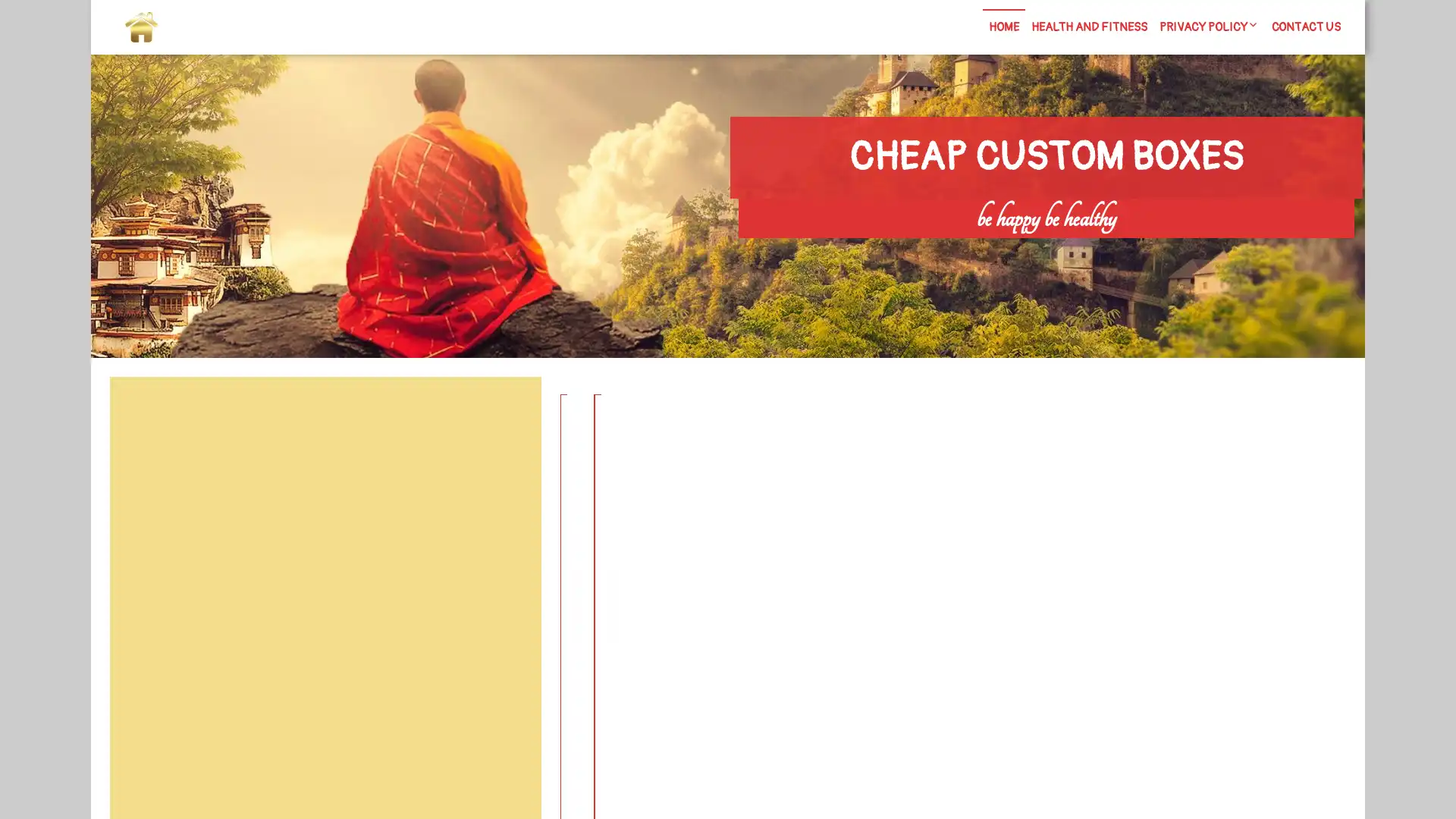 The image size is (1456, 819). I want to click on Search, so click(506, 413).